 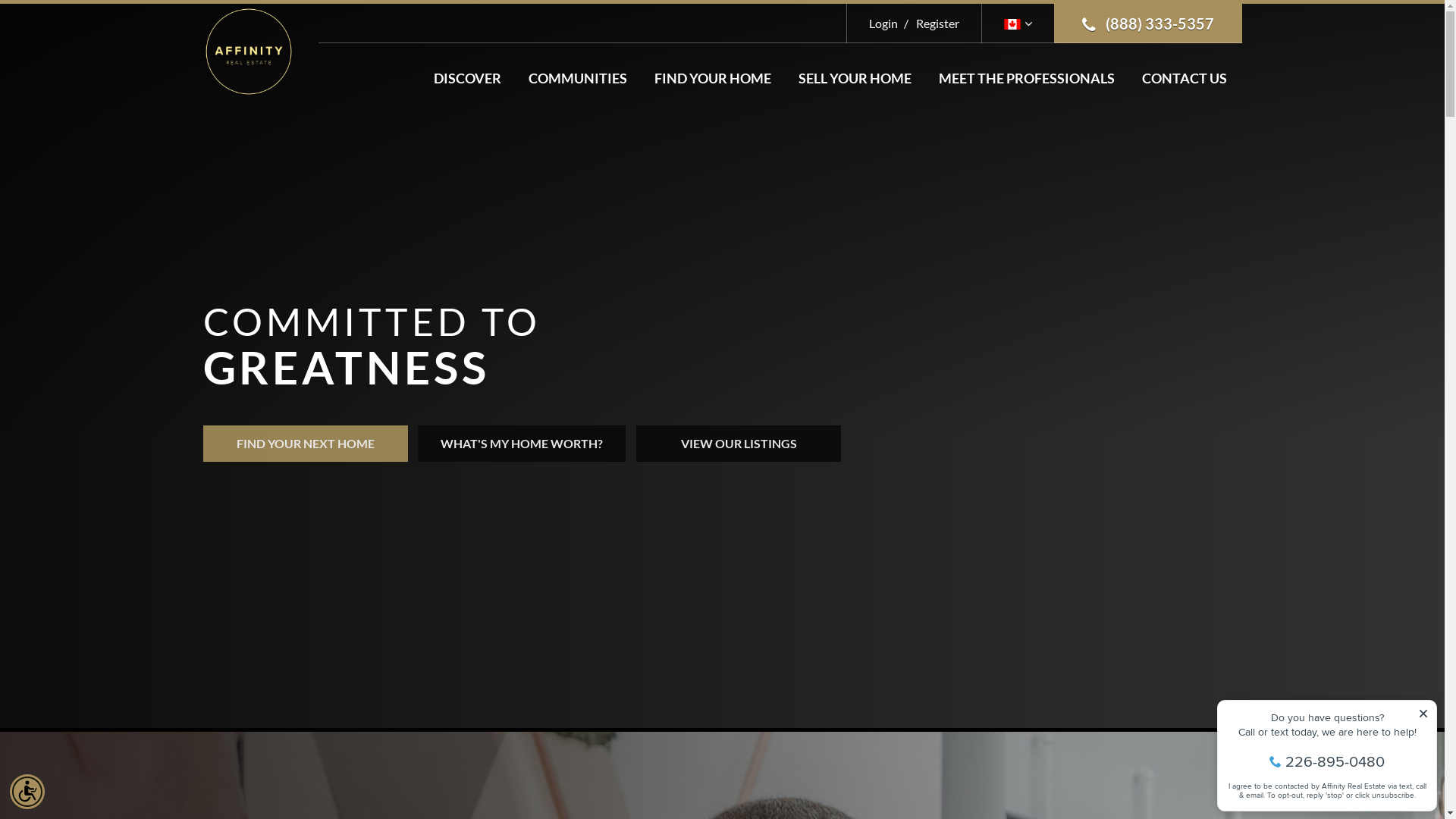 What do you see at coordinates (739, 444) in the screenshot?
I see `'VIEW OUR LISTINGS'` at bounding box center [739, 444].